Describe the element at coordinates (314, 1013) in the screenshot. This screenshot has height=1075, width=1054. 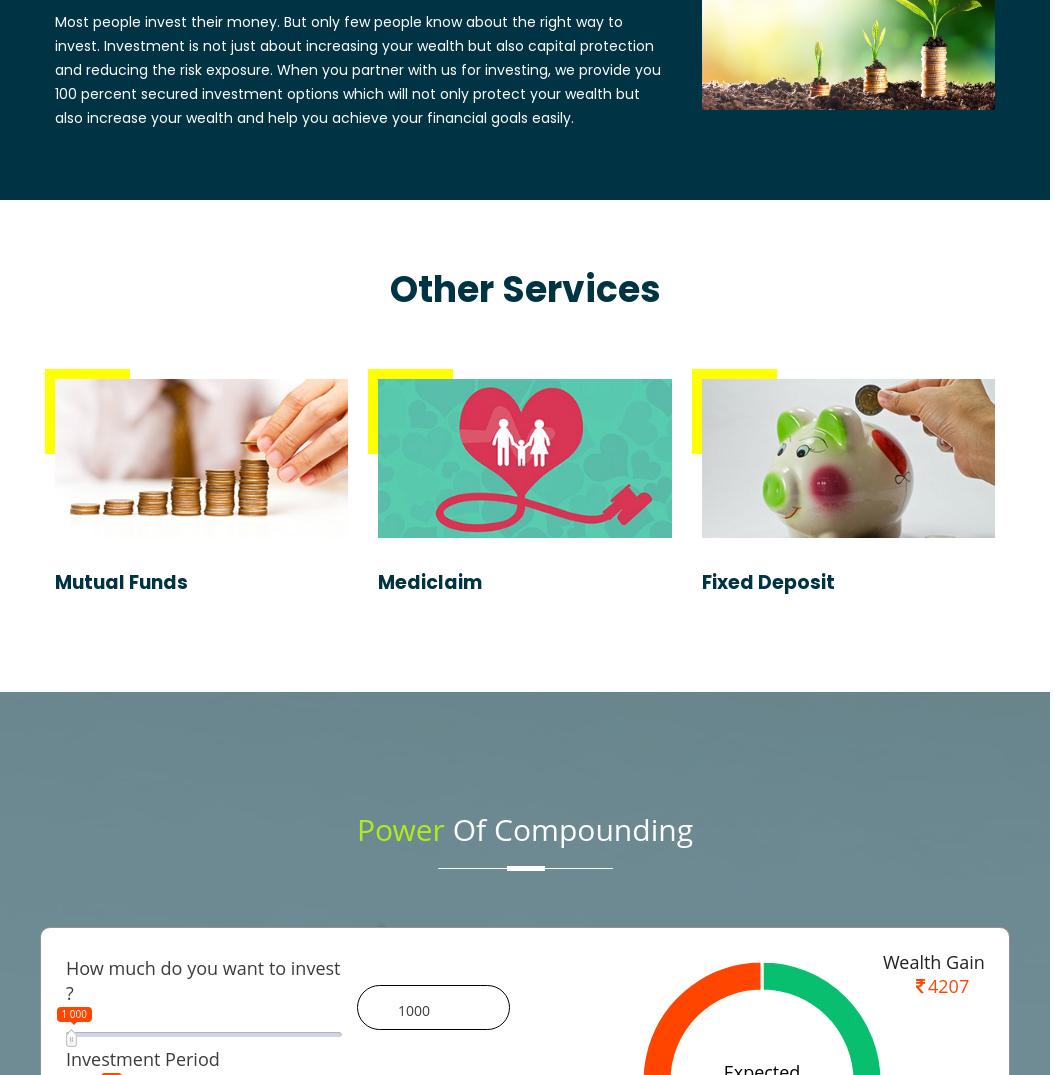
I see `'1 000 000'` at that location.